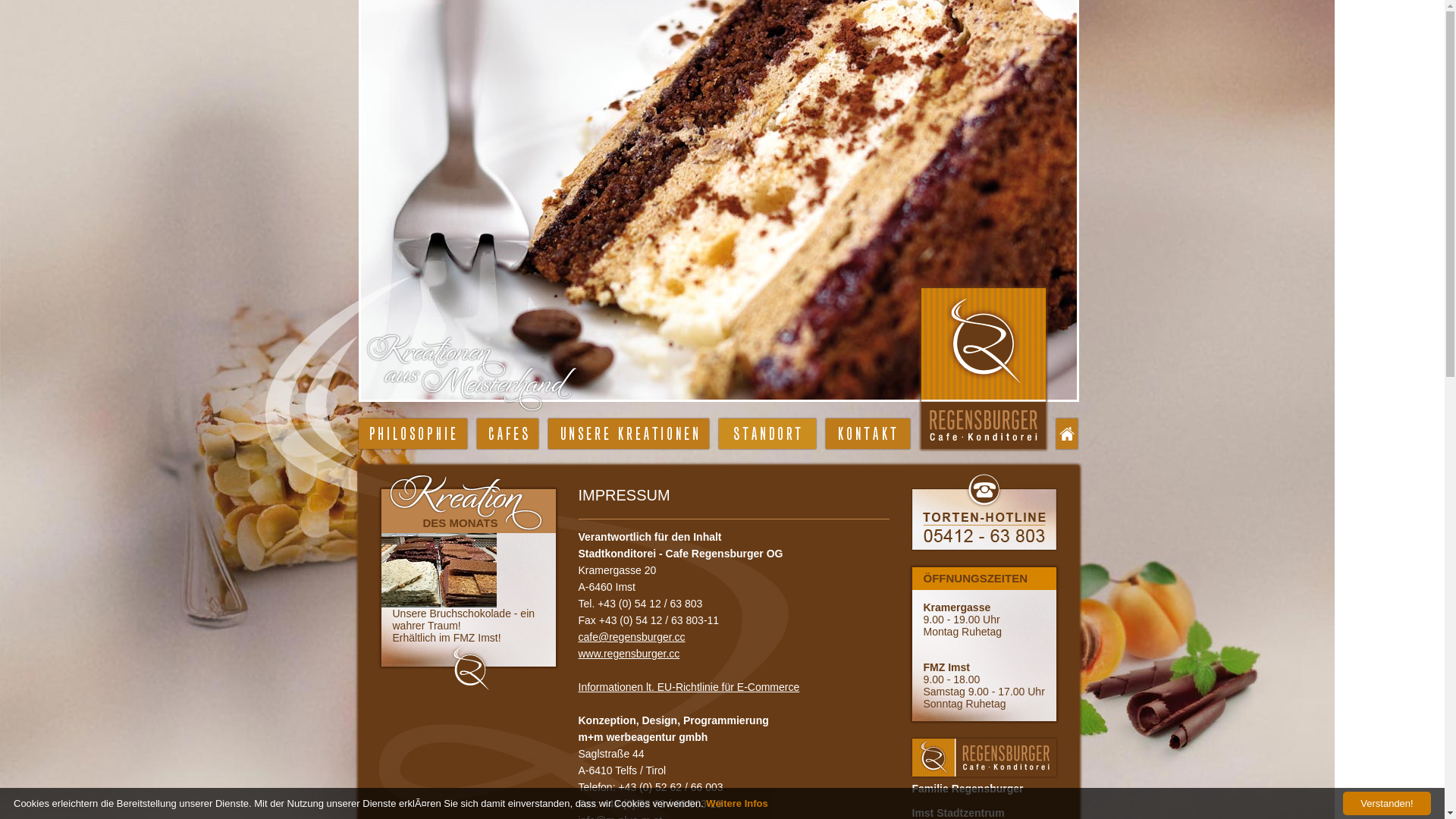 The width and height of the screenshot is (1456, 819). I want to click on 'PHILOSOPHIE', so click(412, 433).